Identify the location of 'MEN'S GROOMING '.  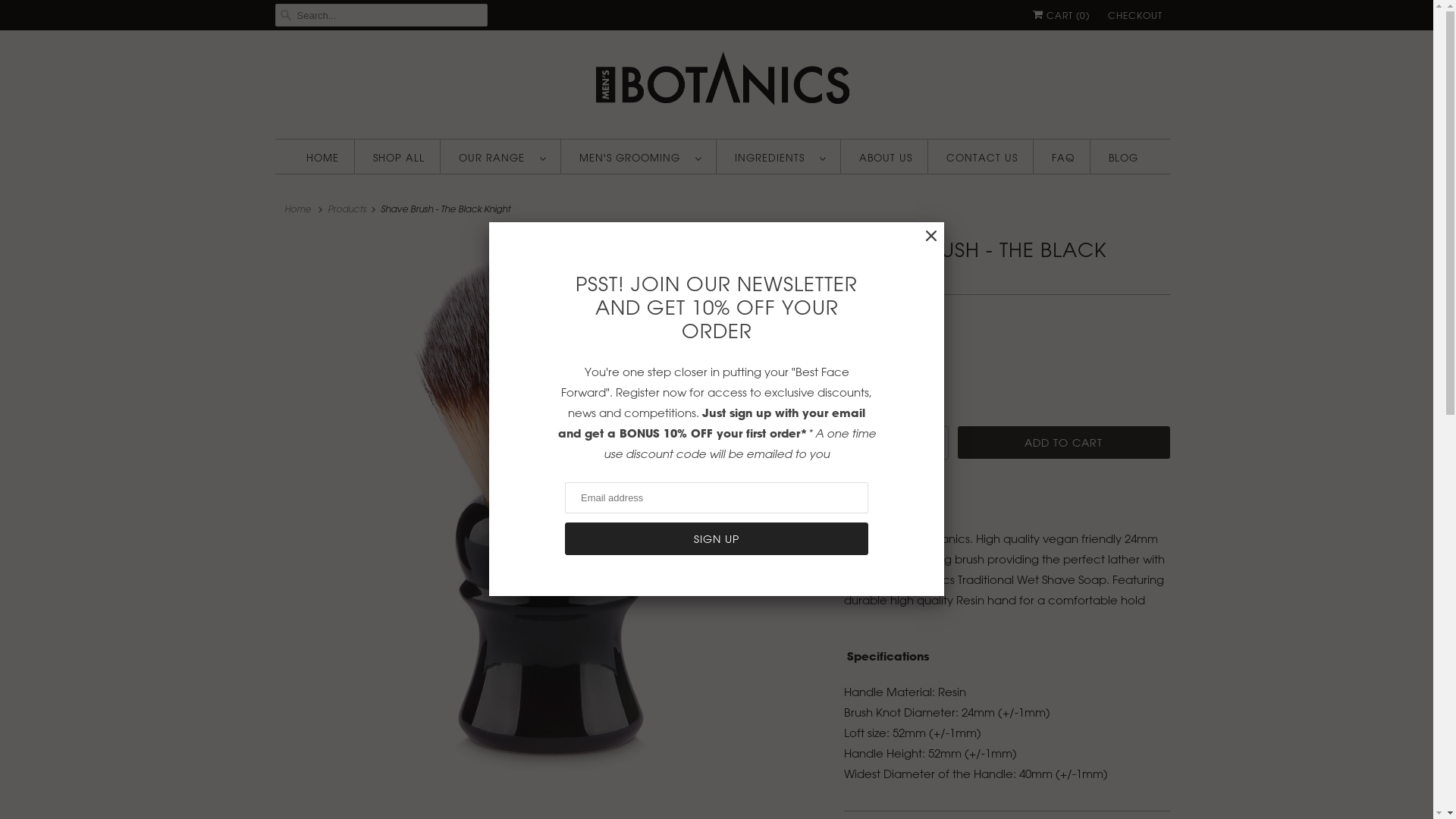
(578, 157).